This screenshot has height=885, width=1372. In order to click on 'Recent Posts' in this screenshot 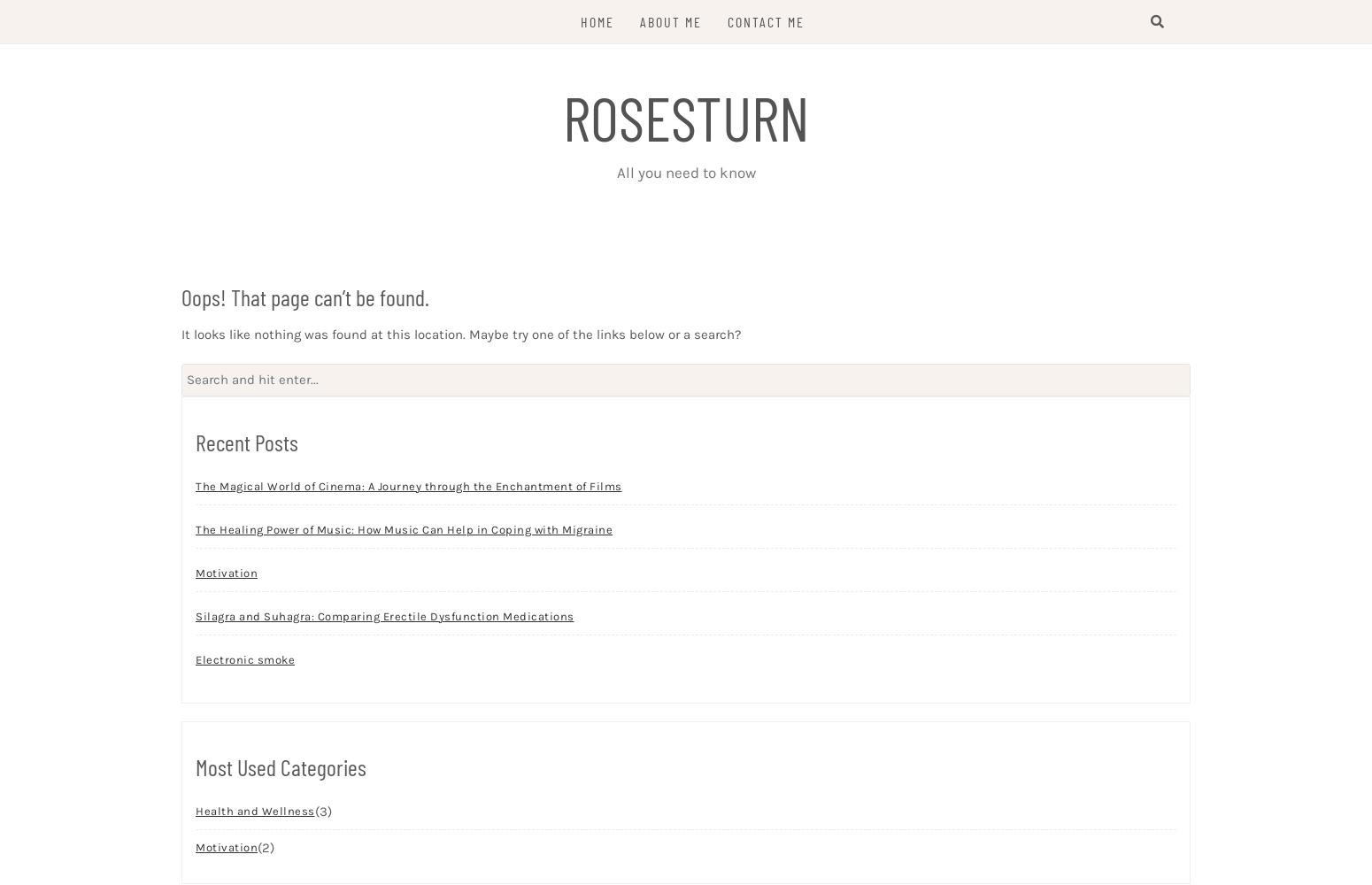, I will do `click(247, 440)`.